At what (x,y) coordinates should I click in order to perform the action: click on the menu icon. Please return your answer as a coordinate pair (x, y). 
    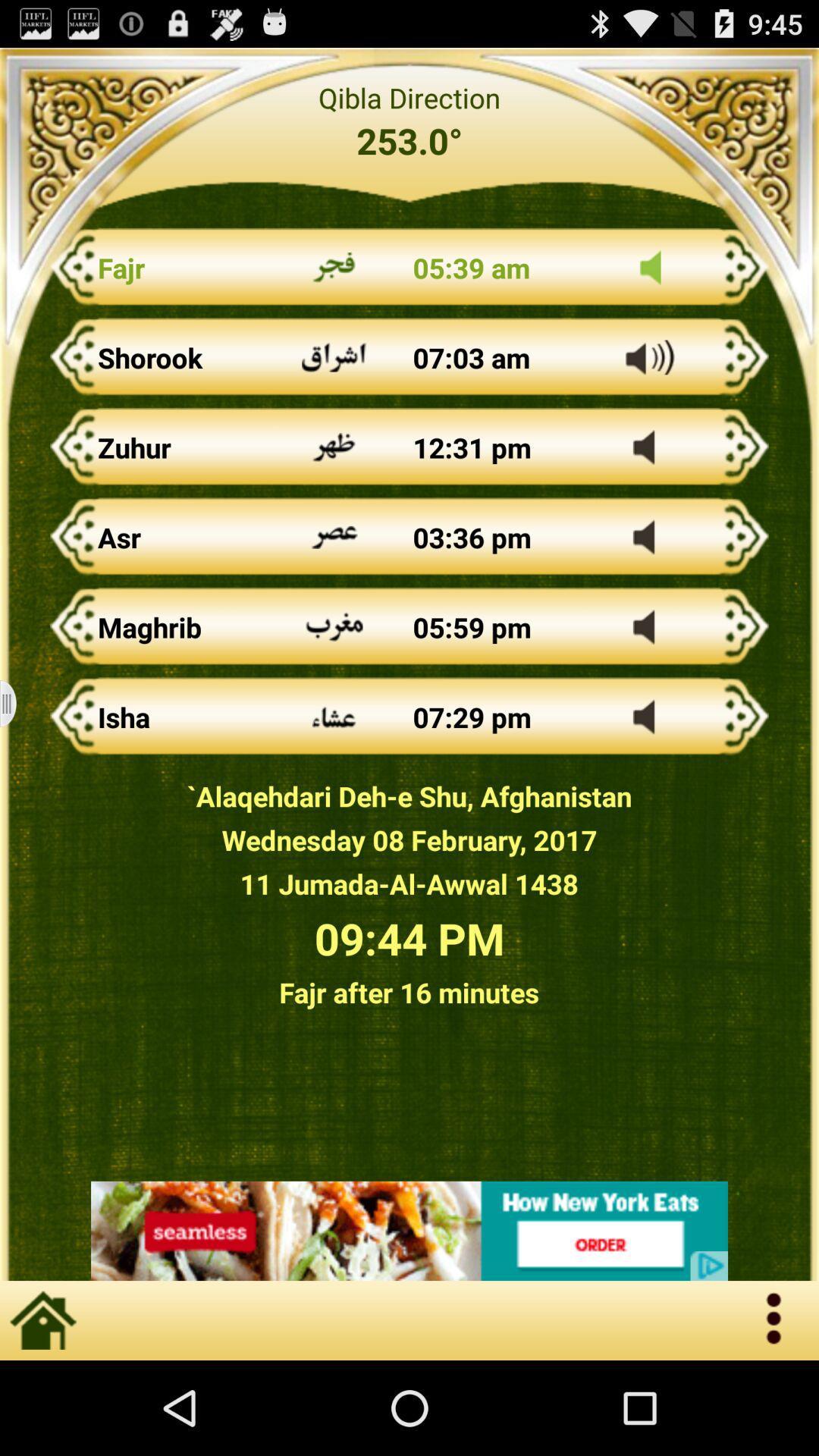
    Looking at the image, I should click on (17, 753).